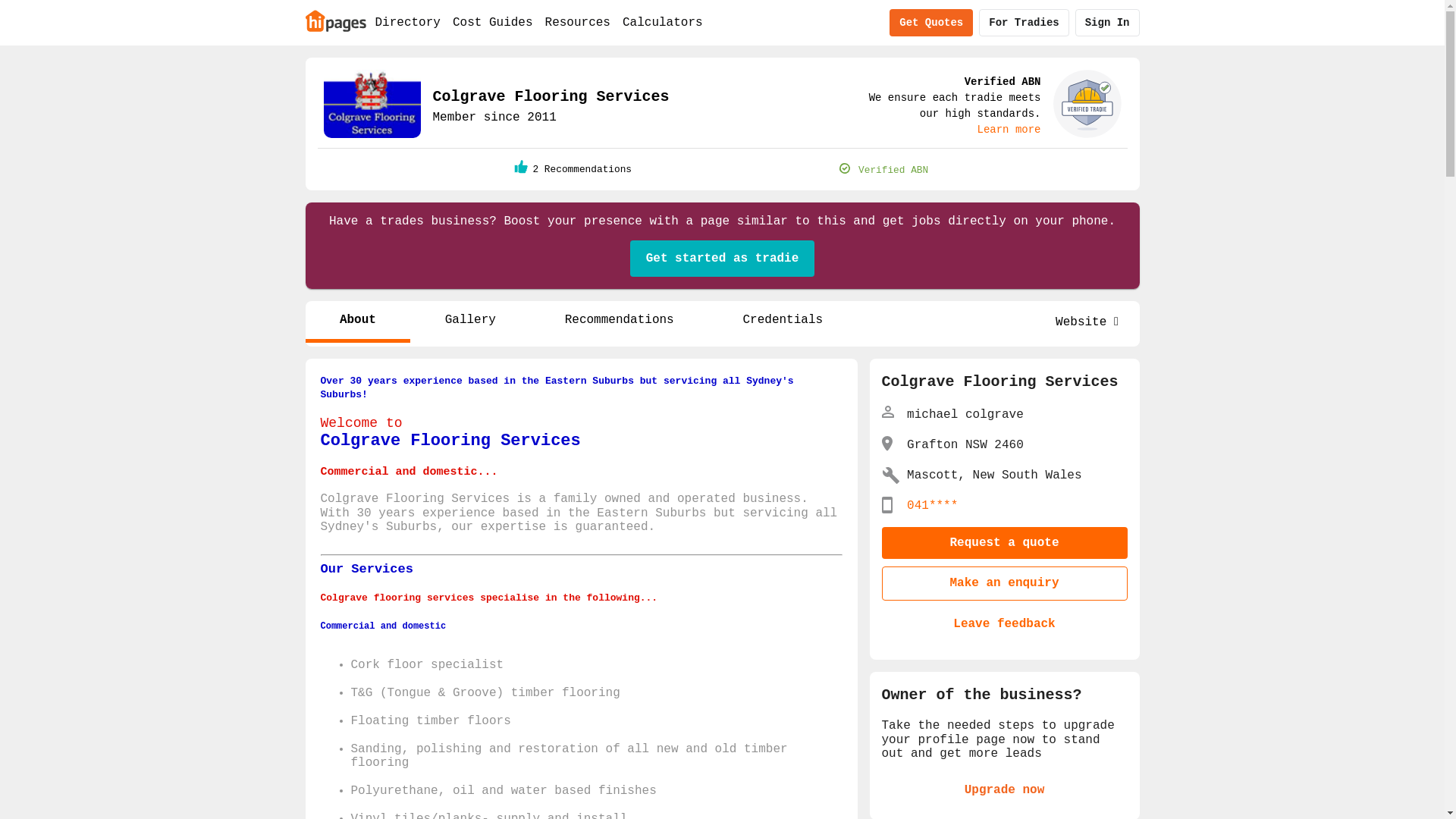  What do you see at coordinates (356, 321) in the screenshot?
I see `'About'` at bounding box center [356, 321].